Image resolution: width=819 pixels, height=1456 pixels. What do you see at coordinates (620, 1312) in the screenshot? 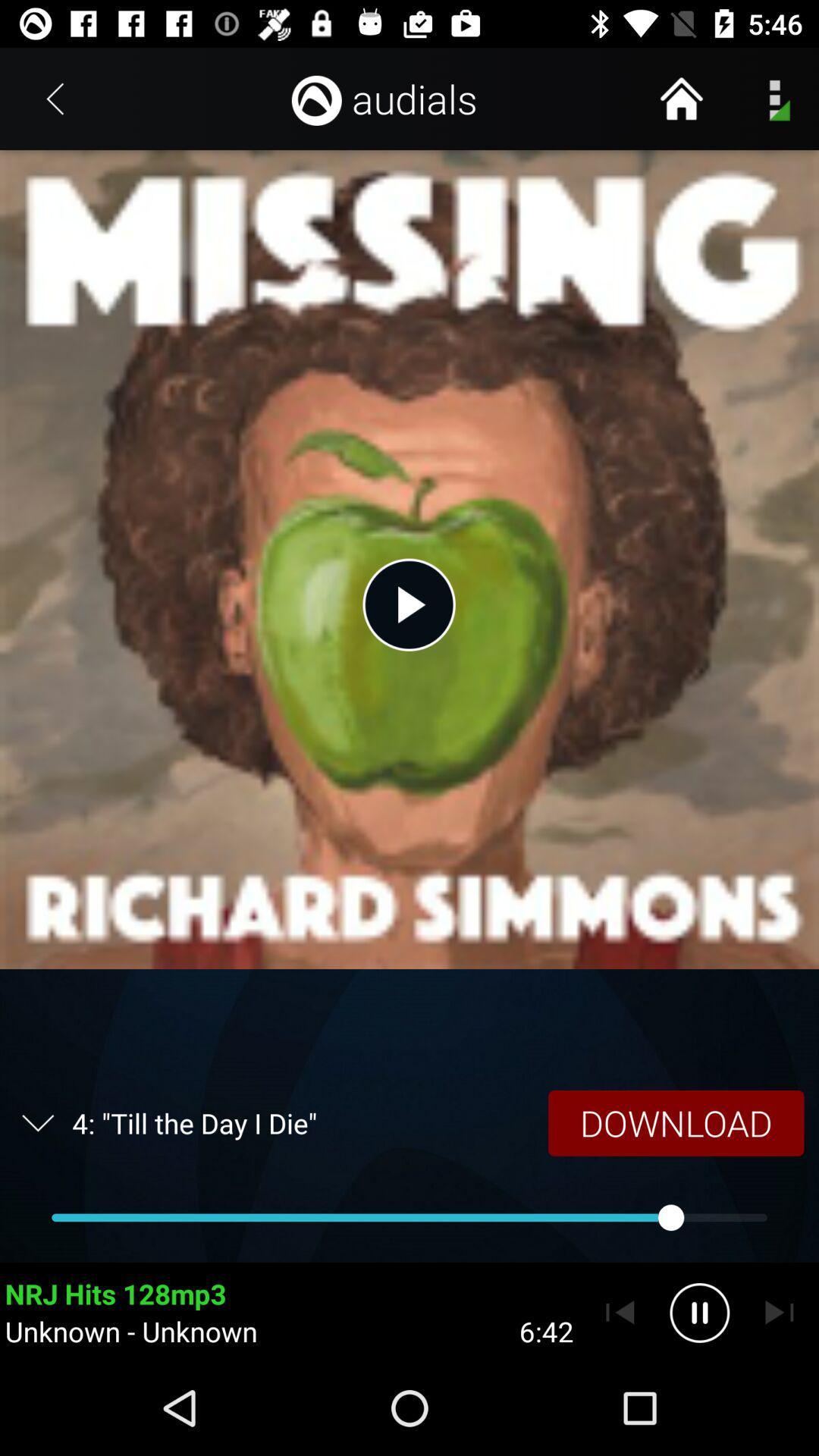
I see `the skip_previous icon` at bounding box center [620, 1312].